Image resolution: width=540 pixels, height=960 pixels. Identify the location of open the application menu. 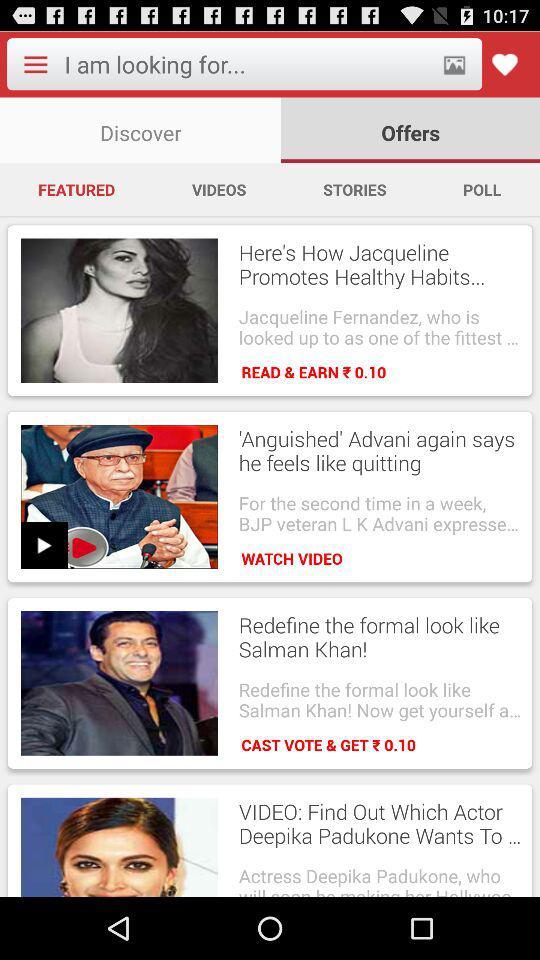
(35, 64).